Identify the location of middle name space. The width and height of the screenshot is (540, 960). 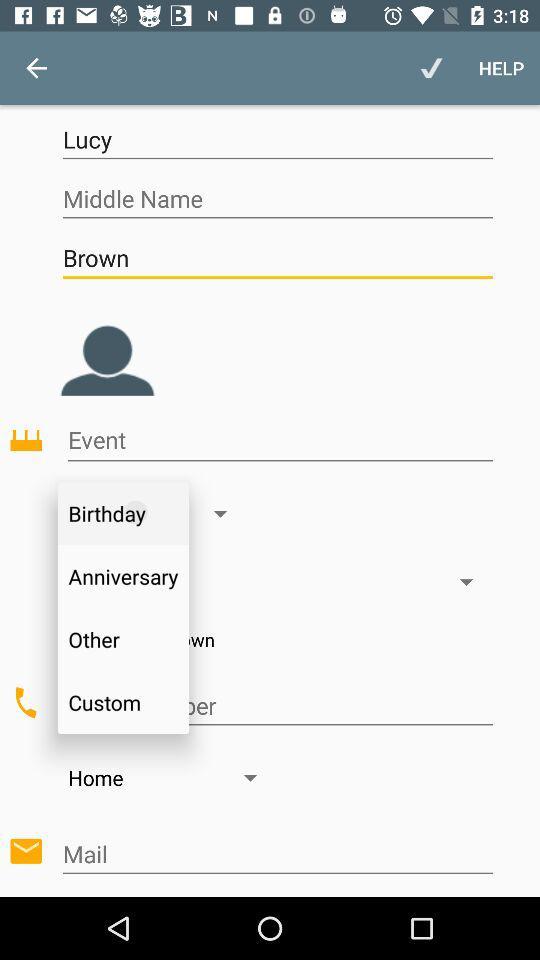
(276, 199).